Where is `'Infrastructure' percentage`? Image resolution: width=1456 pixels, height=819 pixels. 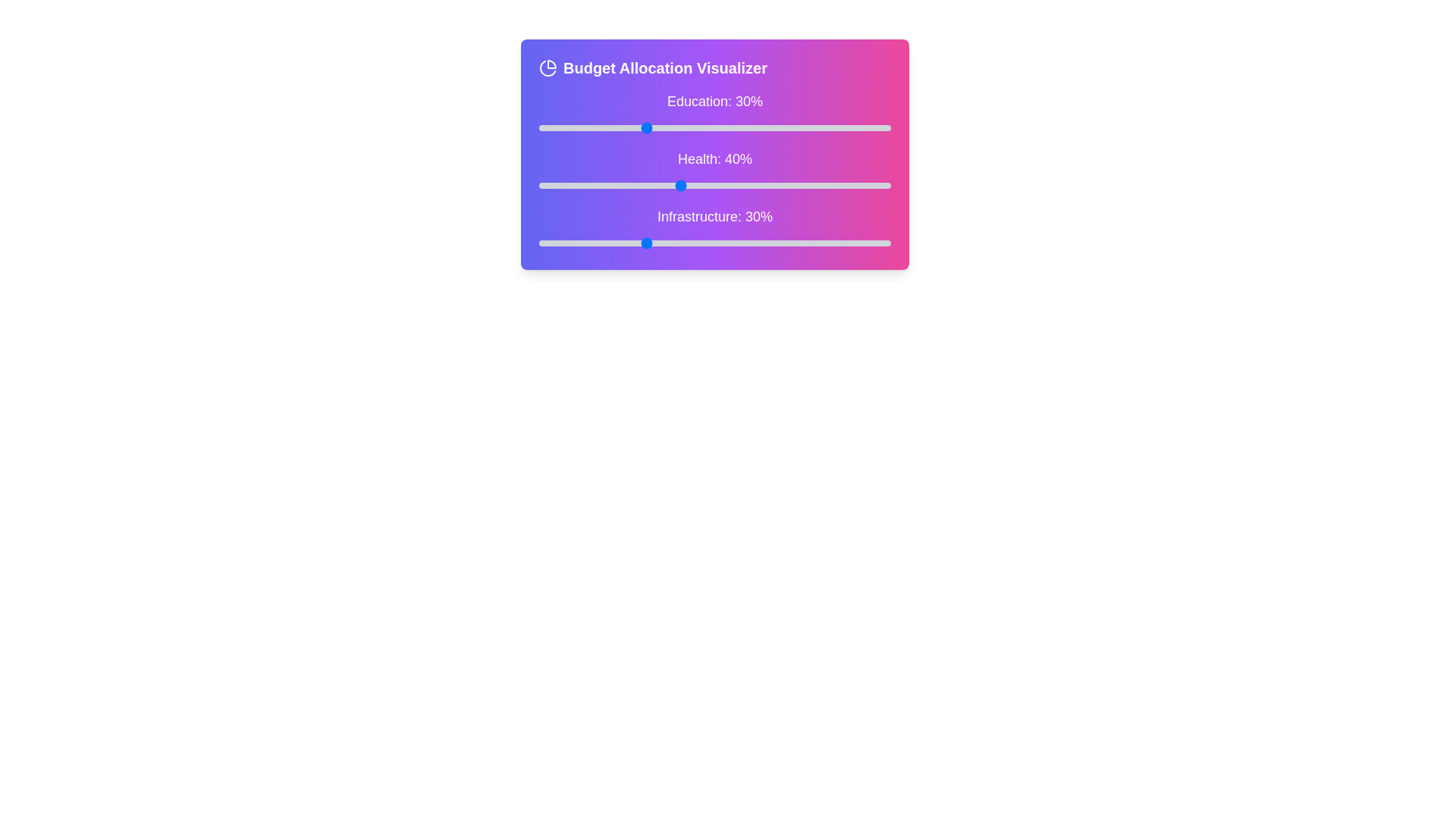 'Infrastructure' percentage is located at coordinates (662, 242).